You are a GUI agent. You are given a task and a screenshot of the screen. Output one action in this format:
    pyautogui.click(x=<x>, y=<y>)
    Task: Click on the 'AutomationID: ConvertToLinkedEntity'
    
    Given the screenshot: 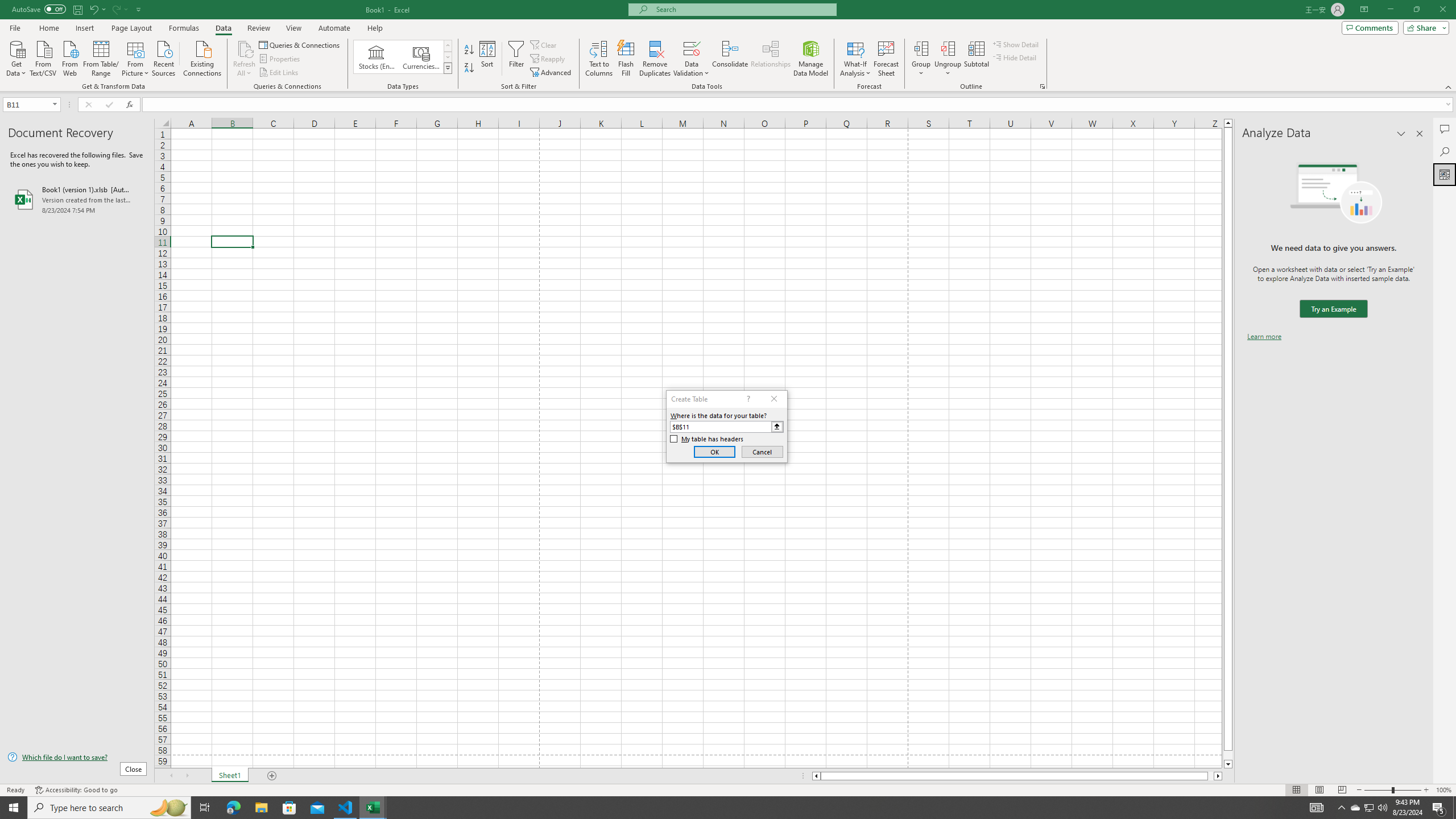 What is the action you would take?
    pyautogui.click(x=403, y=56)
    